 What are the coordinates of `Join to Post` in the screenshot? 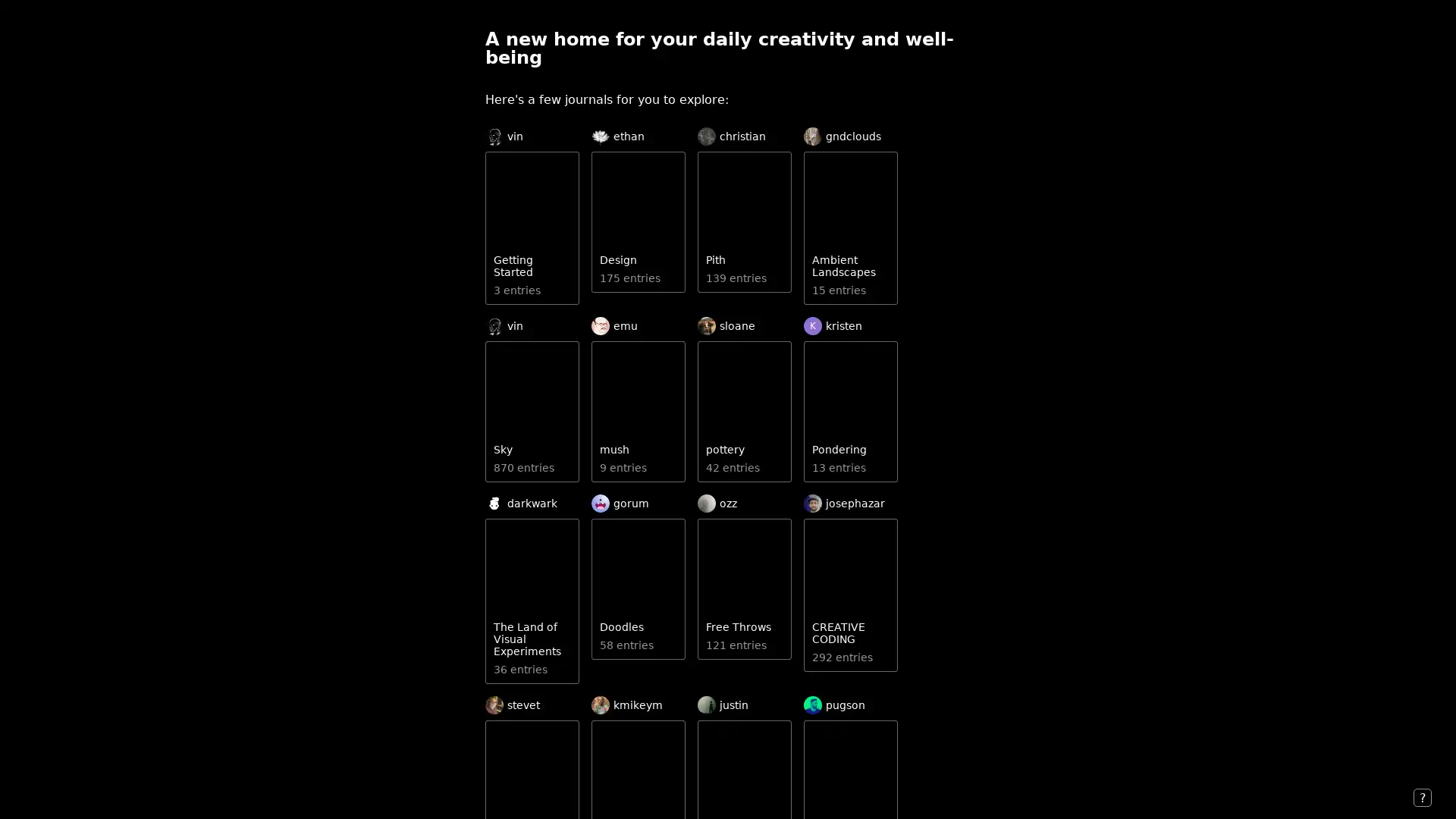 It's located at (152, 789).